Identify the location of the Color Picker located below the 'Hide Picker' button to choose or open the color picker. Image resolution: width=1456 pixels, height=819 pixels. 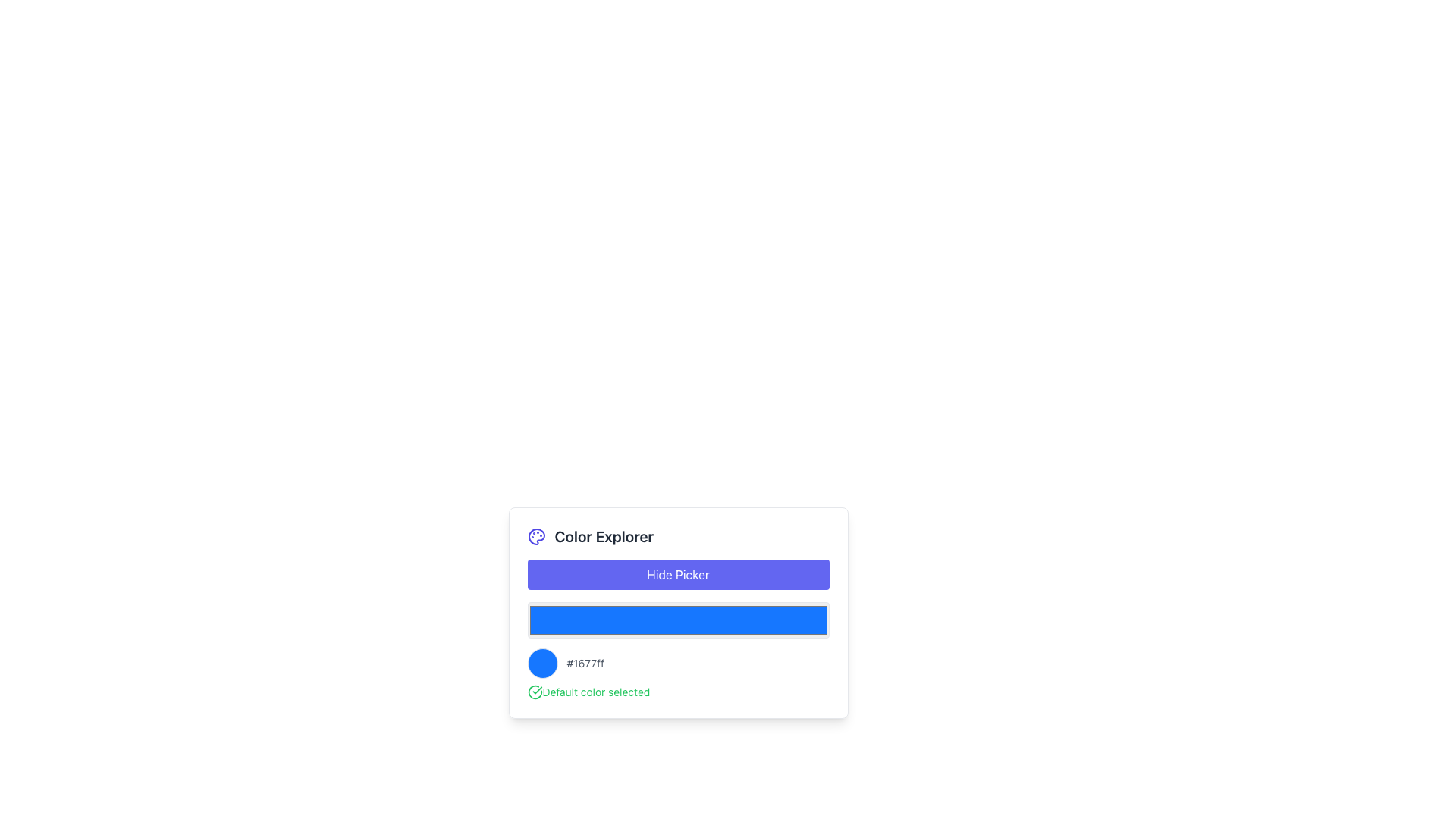
(677, 620).